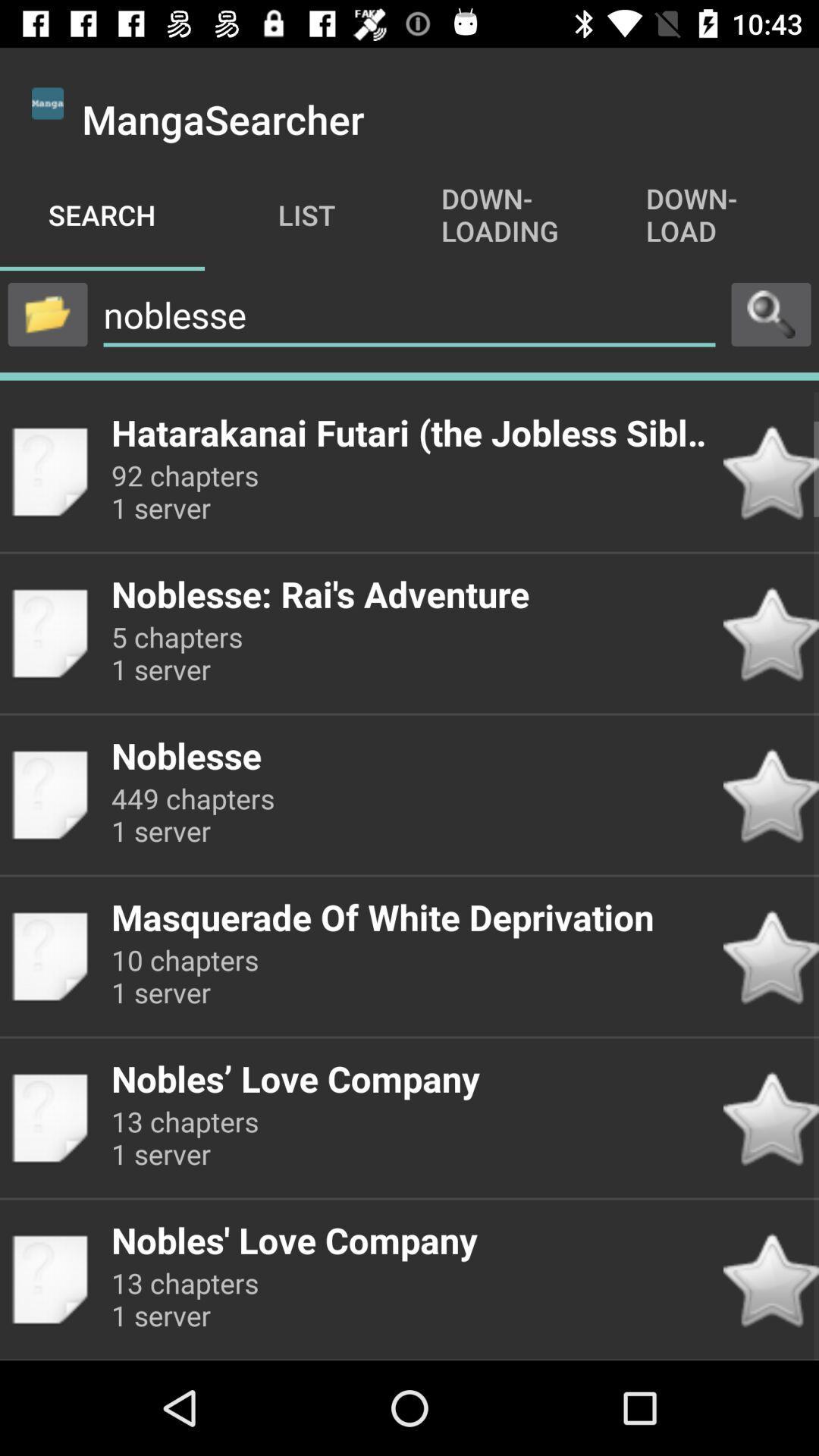 The image size is (819, 1456). What do you see at coordinates (46, 313) in the screenshot?
I see `the folder icon` at bounding box center [46, 313].